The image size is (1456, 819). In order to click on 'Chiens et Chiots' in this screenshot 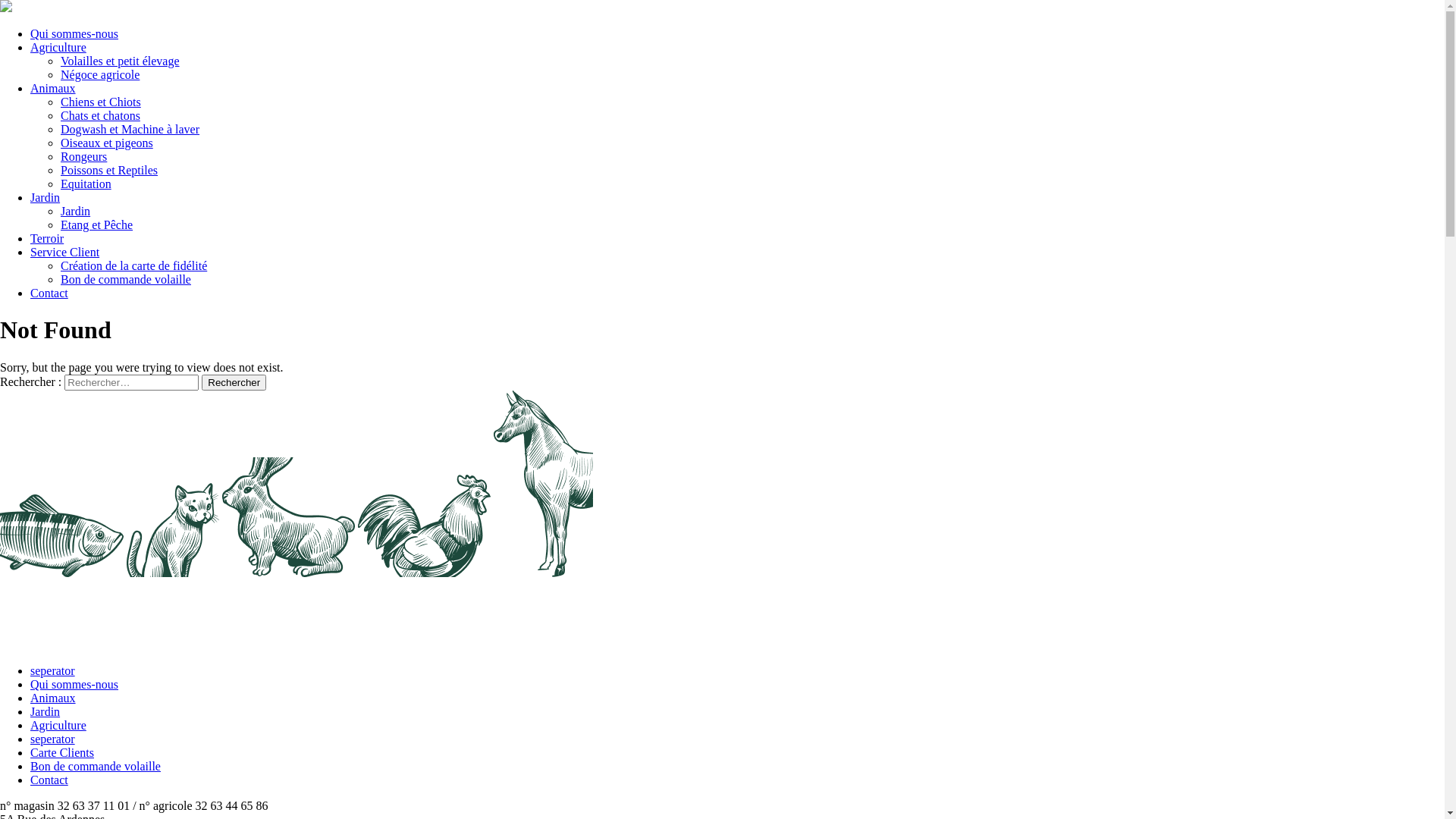, I will do `click(100, 102)`.